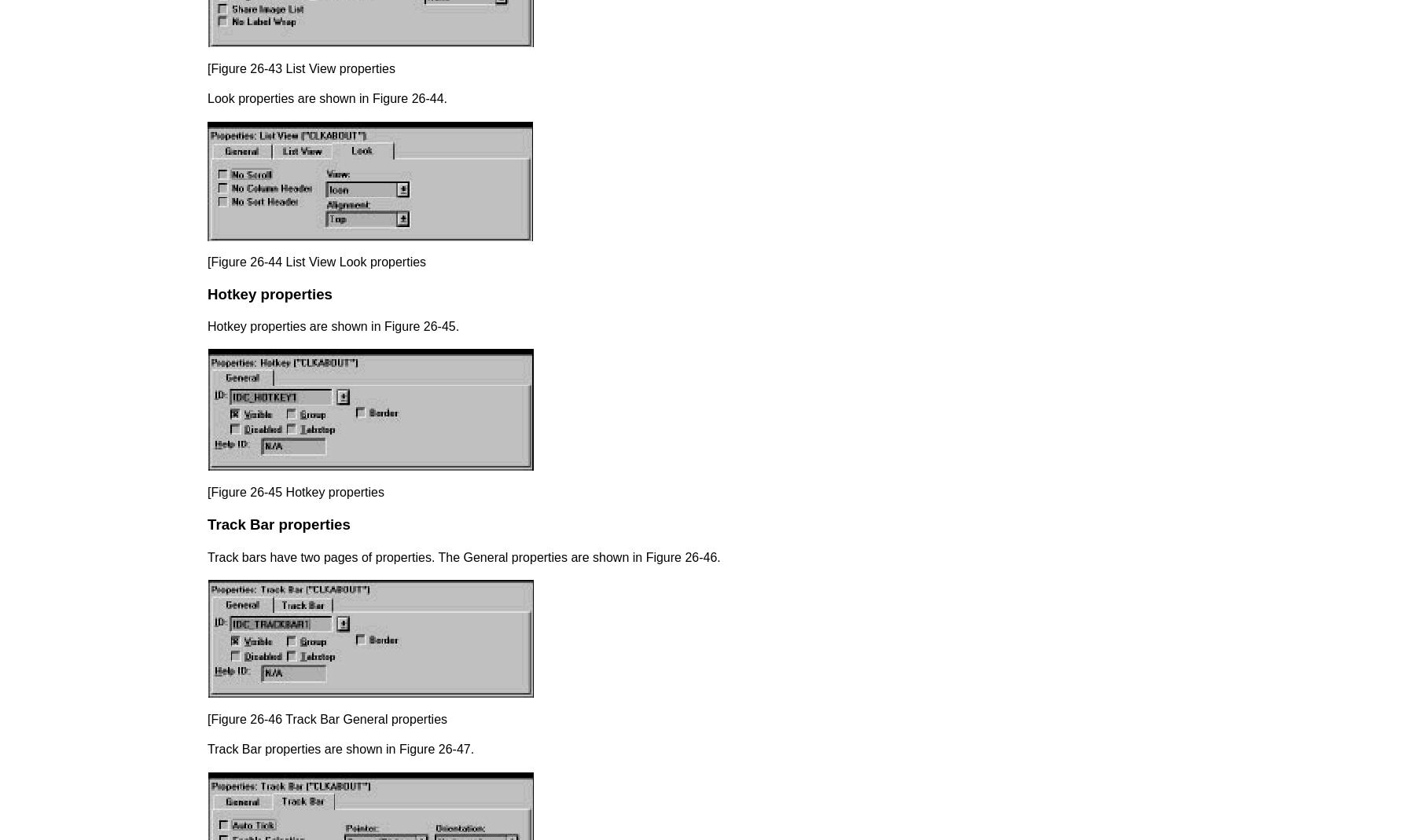  Describe the element at coordinates (327, 98) in the screenshot. I see `'Look properties are shown in Figure 26-44.'` at that location.